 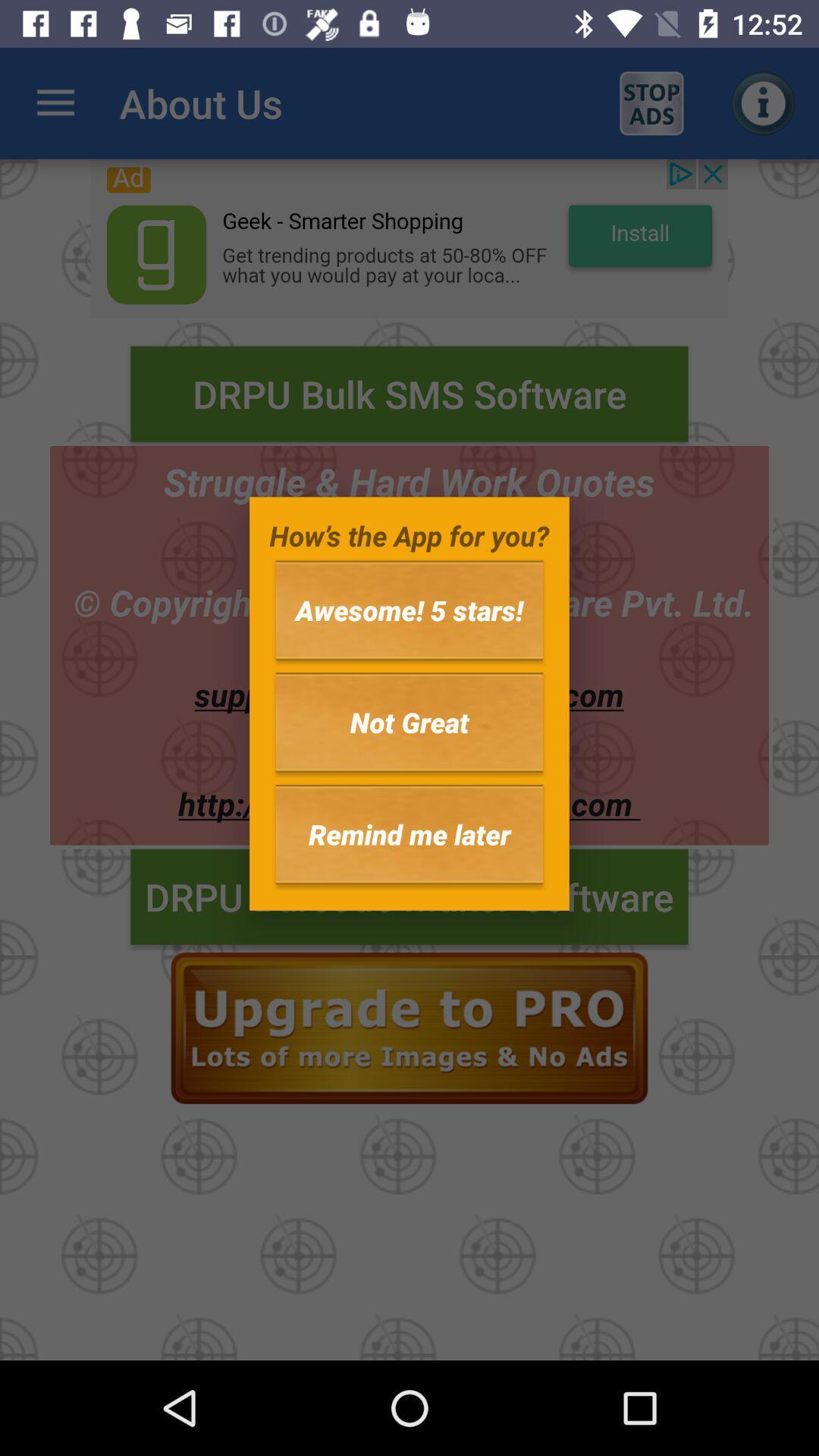 What do you see at coordinates (409, 833) in the screenshot?
I see `icon below not great` at bounding box center [409, 833].